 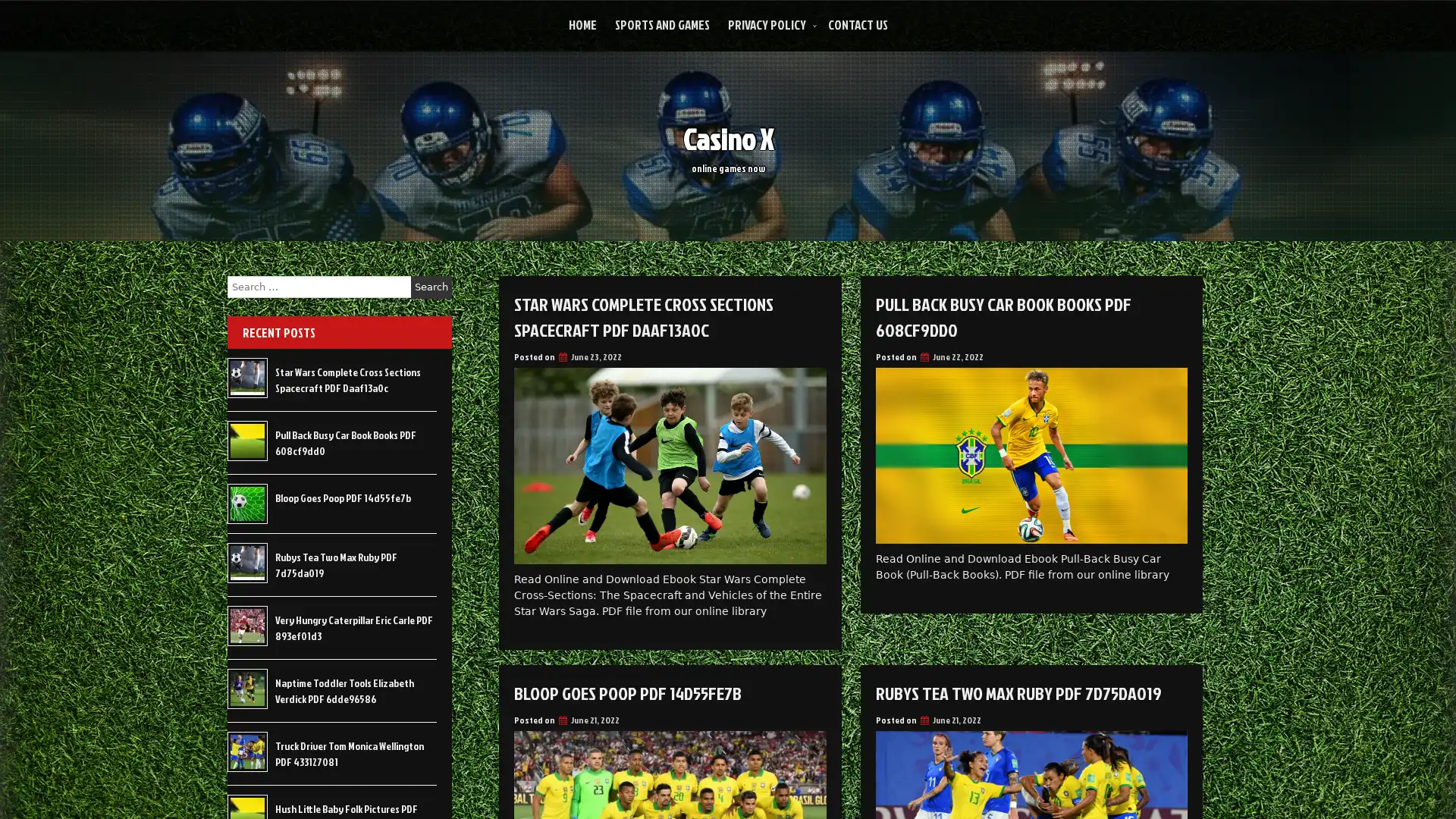 What do you see at coordinates (431, 287) in the screenshot?
I see `Search` at bounding box center [431, 287].